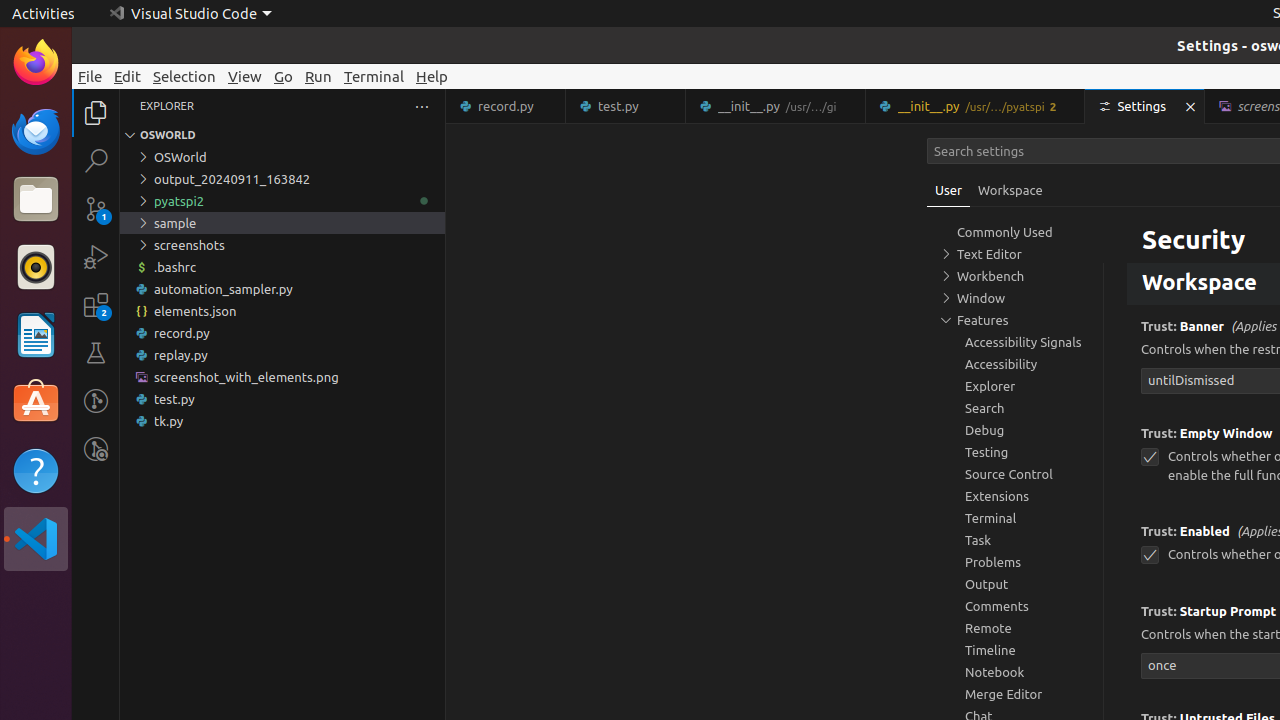  I want to click on 'security.workspace.trust.emptyWindow', so click(1149, 457).